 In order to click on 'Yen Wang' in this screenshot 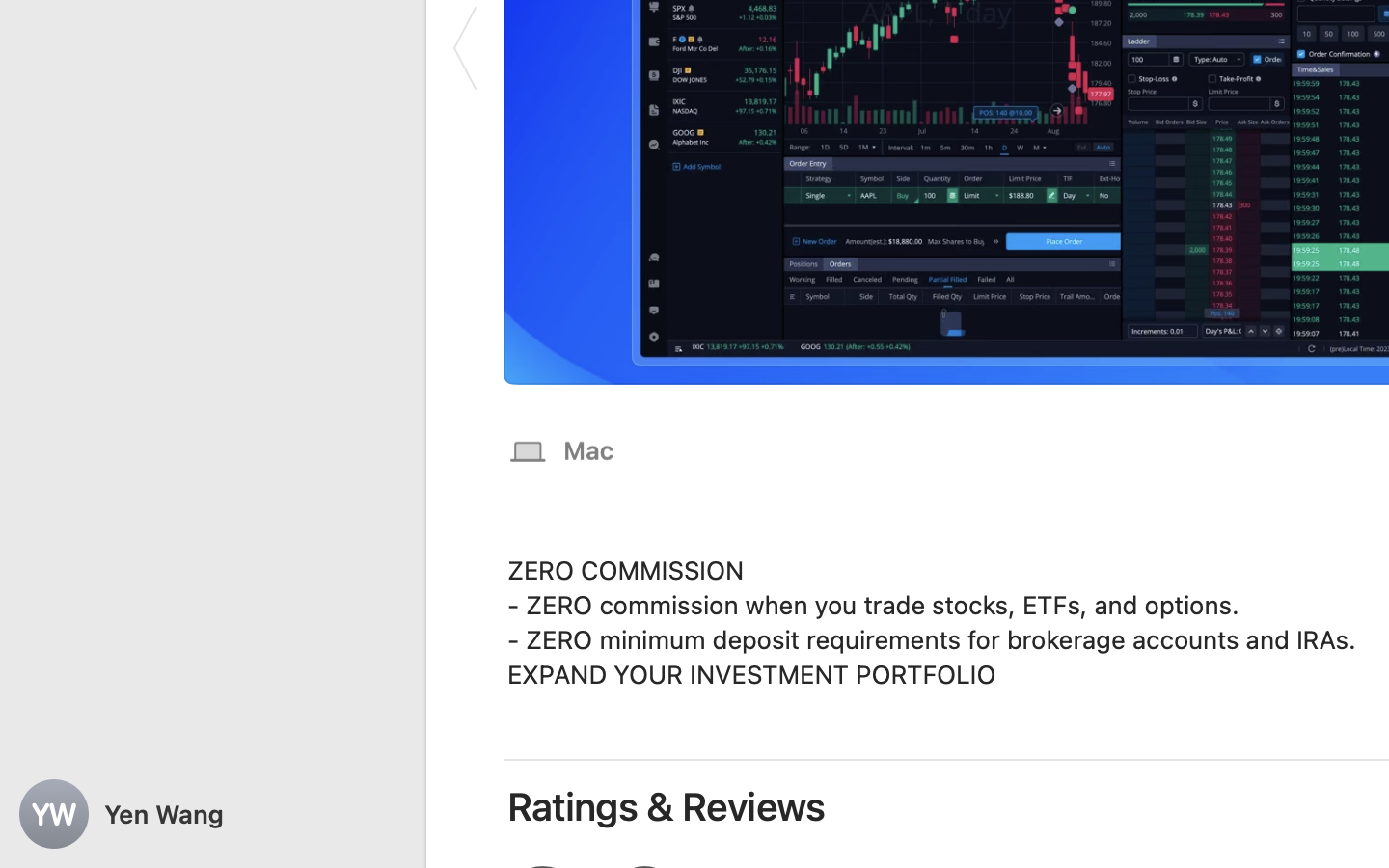, I will do `click(212, 814)`.